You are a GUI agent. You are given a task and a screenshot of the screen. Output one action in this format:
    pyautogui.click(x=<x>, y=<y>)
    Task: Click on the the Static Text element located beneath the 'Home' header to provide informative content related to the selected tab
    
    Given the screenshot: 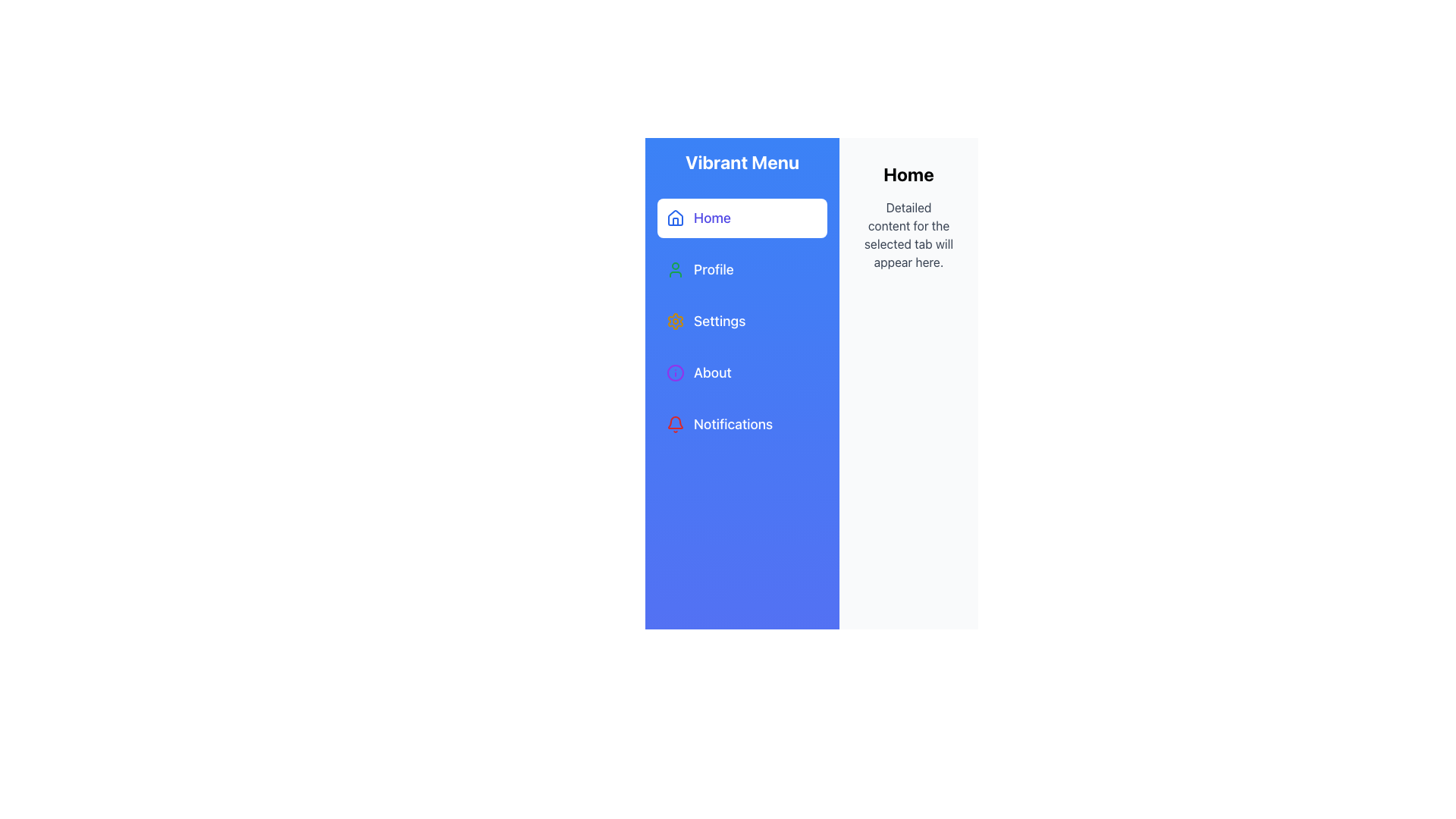 What is the action you would take?
    pyautogui.click(x=908, y=234)
    